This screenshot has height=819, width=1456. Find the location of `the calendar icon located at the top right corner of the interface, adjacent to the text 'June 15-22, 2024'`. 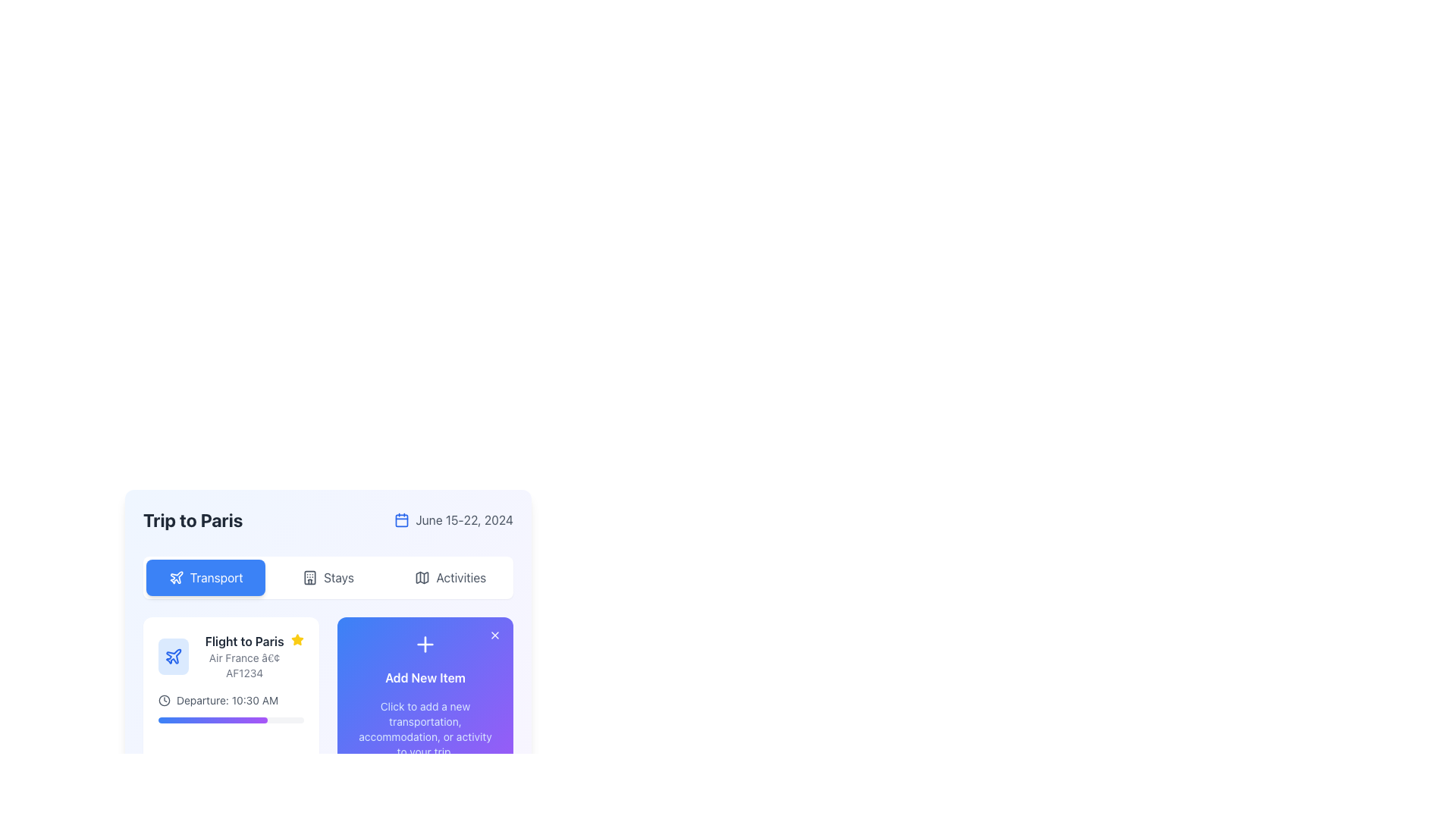

the calendar icon located at the top right corner of the interface, adjacent to the text 'June 15-22, 2024' is located at coordinates (402, 519).